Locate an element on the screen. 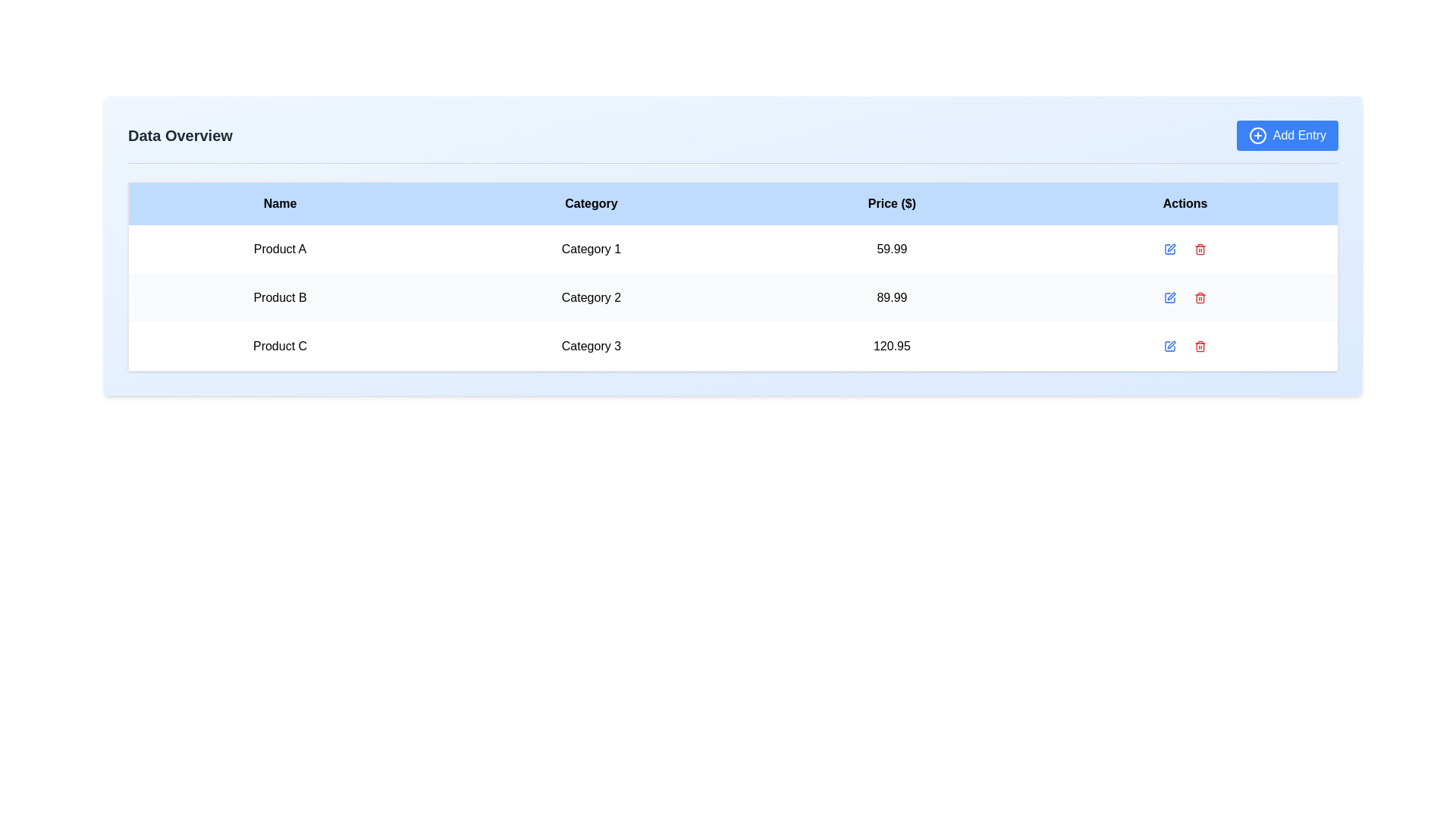  the text label displaying 'Product B', which is located in the second row of the table within the 'Name' column, aligned horizontally with 'Category 2' and '89.99' is located at coordinates (280, 298).